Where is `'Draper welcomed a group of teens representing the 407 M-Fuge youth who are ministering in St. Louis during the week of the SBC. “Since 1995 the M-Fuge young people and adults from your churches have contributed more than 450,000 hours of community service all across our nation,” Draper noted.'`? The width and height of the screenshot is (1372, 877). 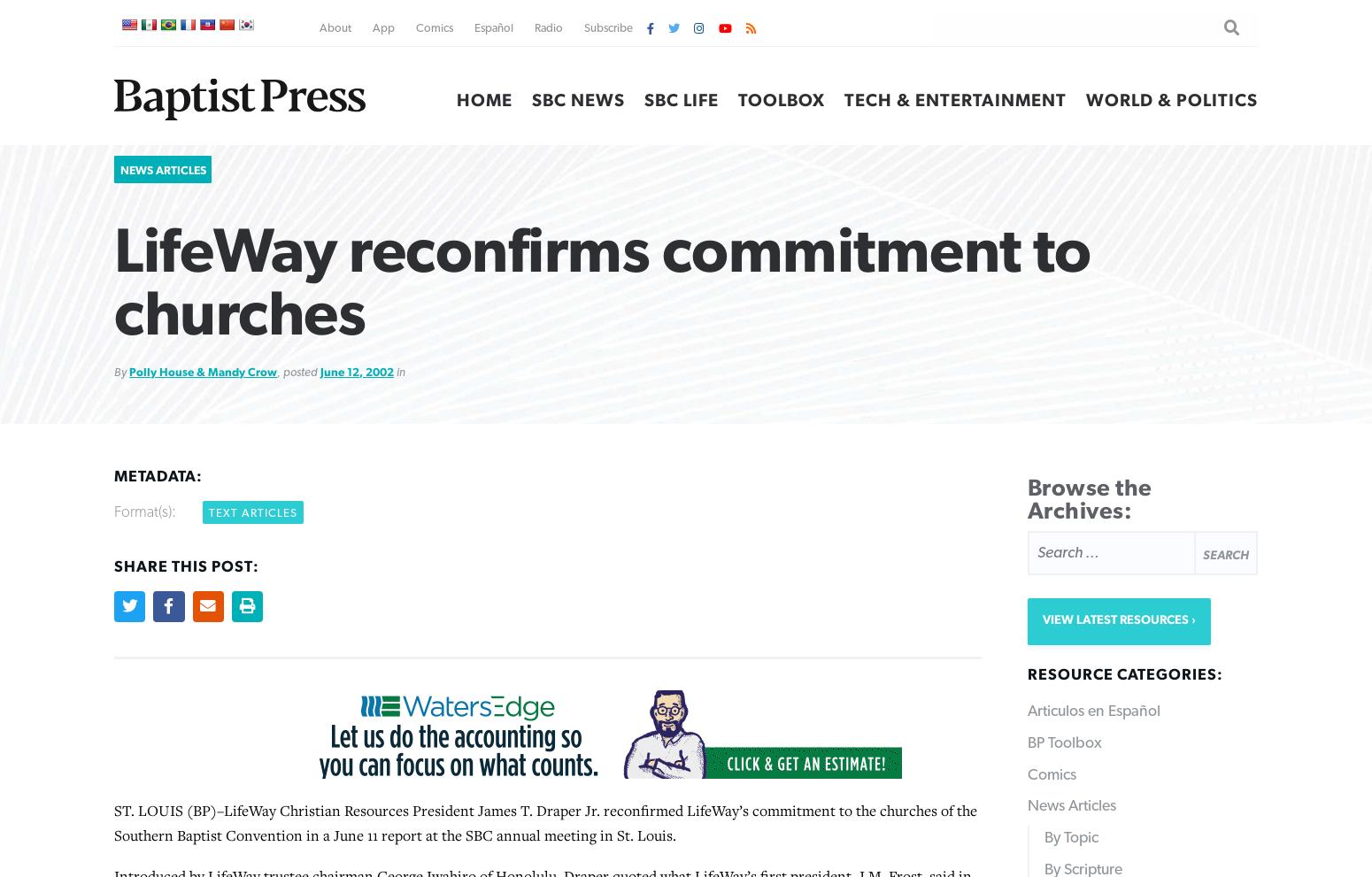
'Draper welcomed a group of teens representing the 407 M-Fuge youth who are ministering in St. Louis during the week of the SBC. “Since 1995 the M-Fuge young people and adults from your churches have contributed more than 450,000 hours of community service all across our nation,” Draper noted.' is located at coordinates (542, 224).